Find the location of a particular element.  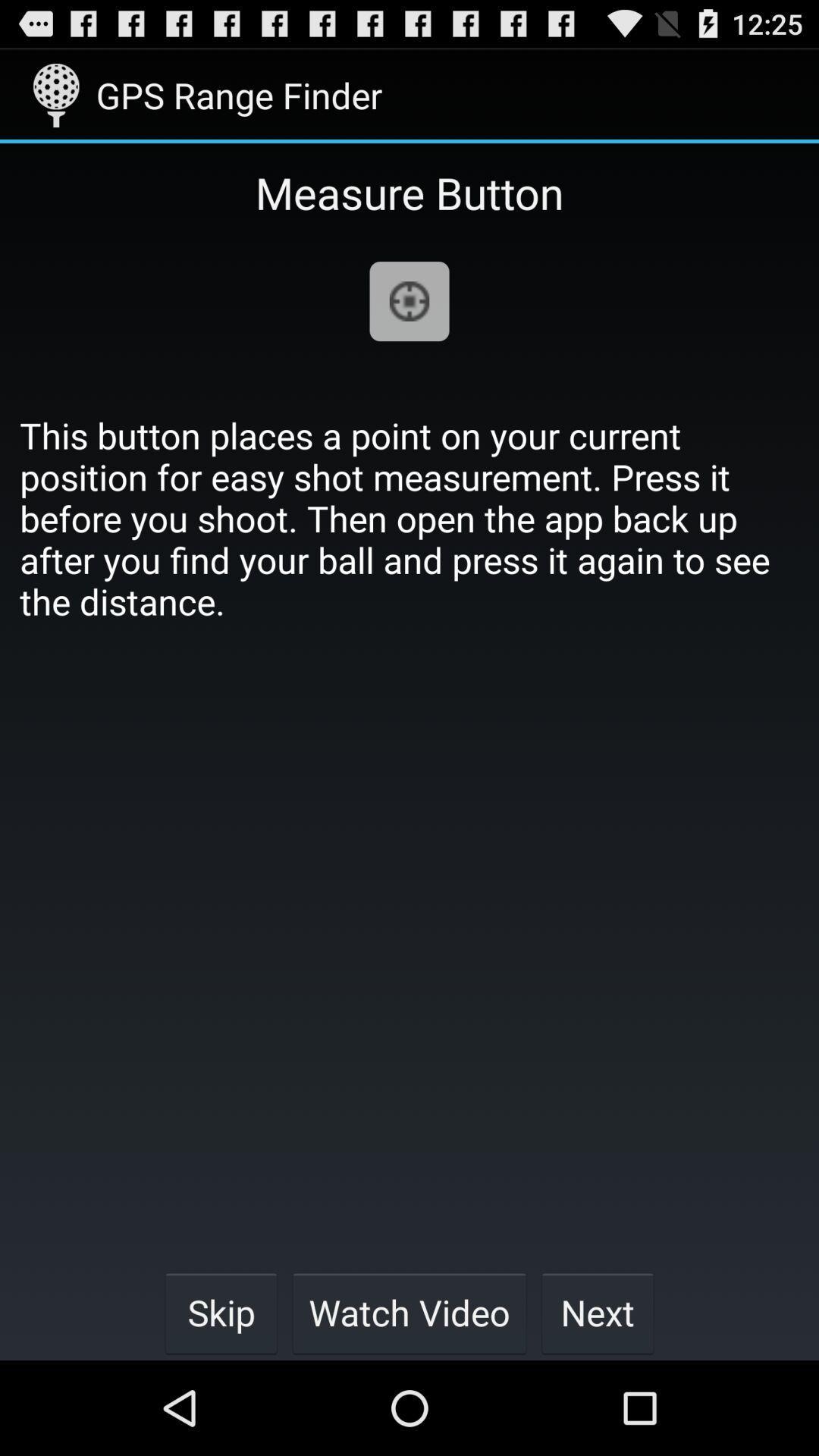

item above the this button places is located at coordinates (409, 301).